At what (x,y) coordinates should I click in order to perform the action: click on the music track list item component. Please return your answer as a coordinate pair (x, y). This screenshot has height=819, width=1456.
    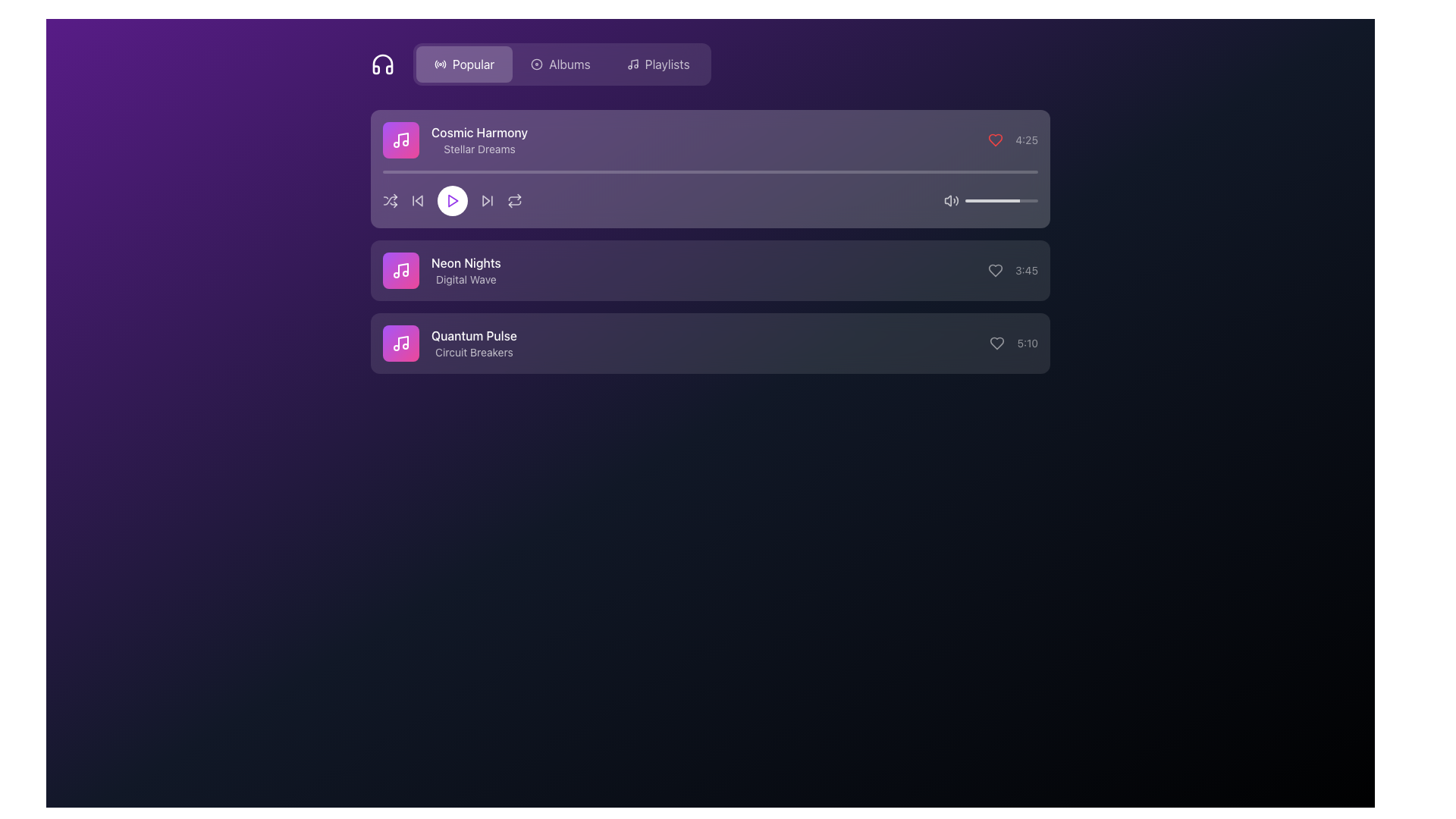
    Looking at the image, I should click on (709, 140).